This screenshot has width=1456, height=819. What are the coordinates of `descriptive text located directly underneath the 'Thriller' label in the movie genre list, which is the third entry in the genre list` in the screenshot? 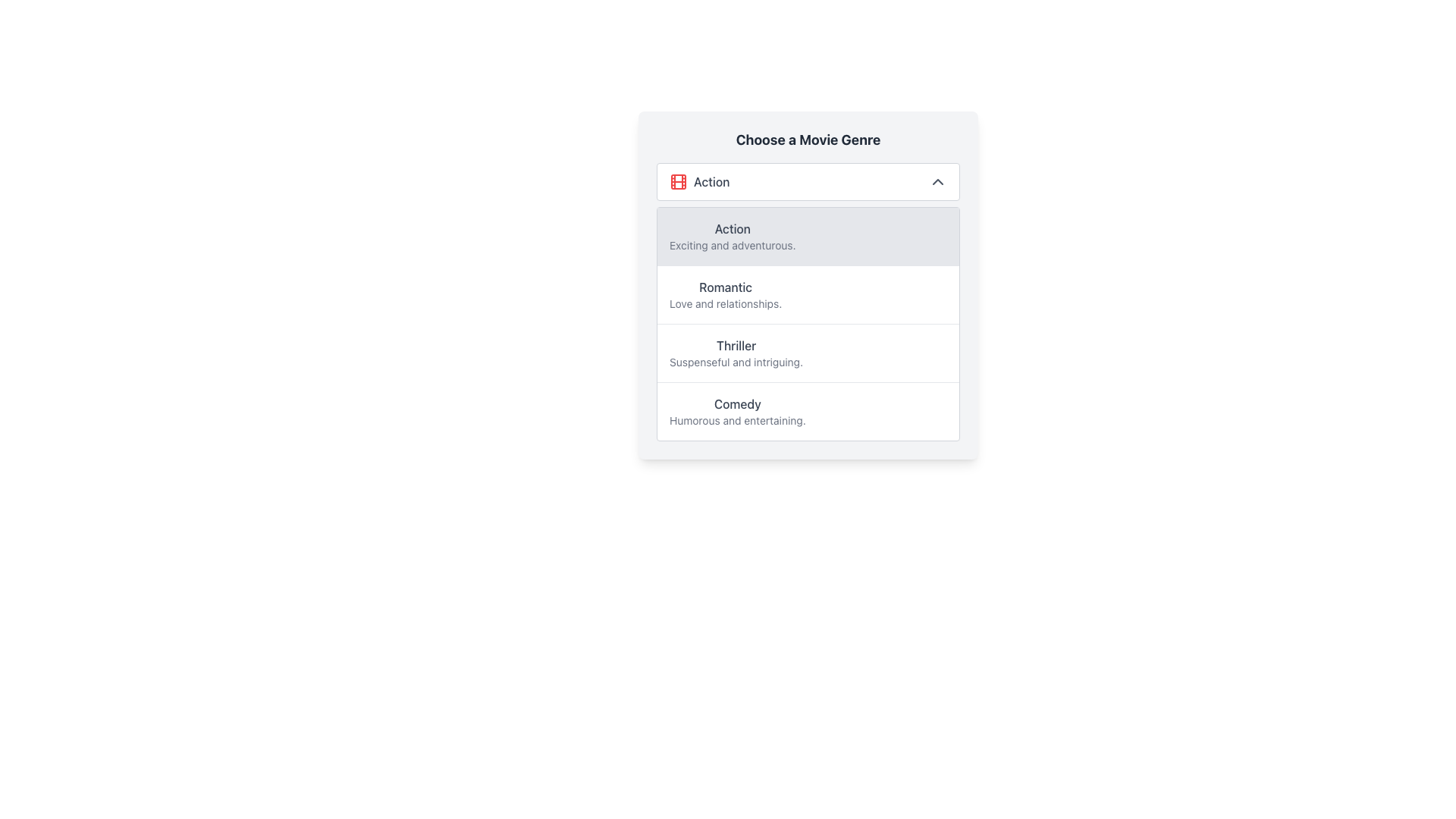 It's located at (736, 362).